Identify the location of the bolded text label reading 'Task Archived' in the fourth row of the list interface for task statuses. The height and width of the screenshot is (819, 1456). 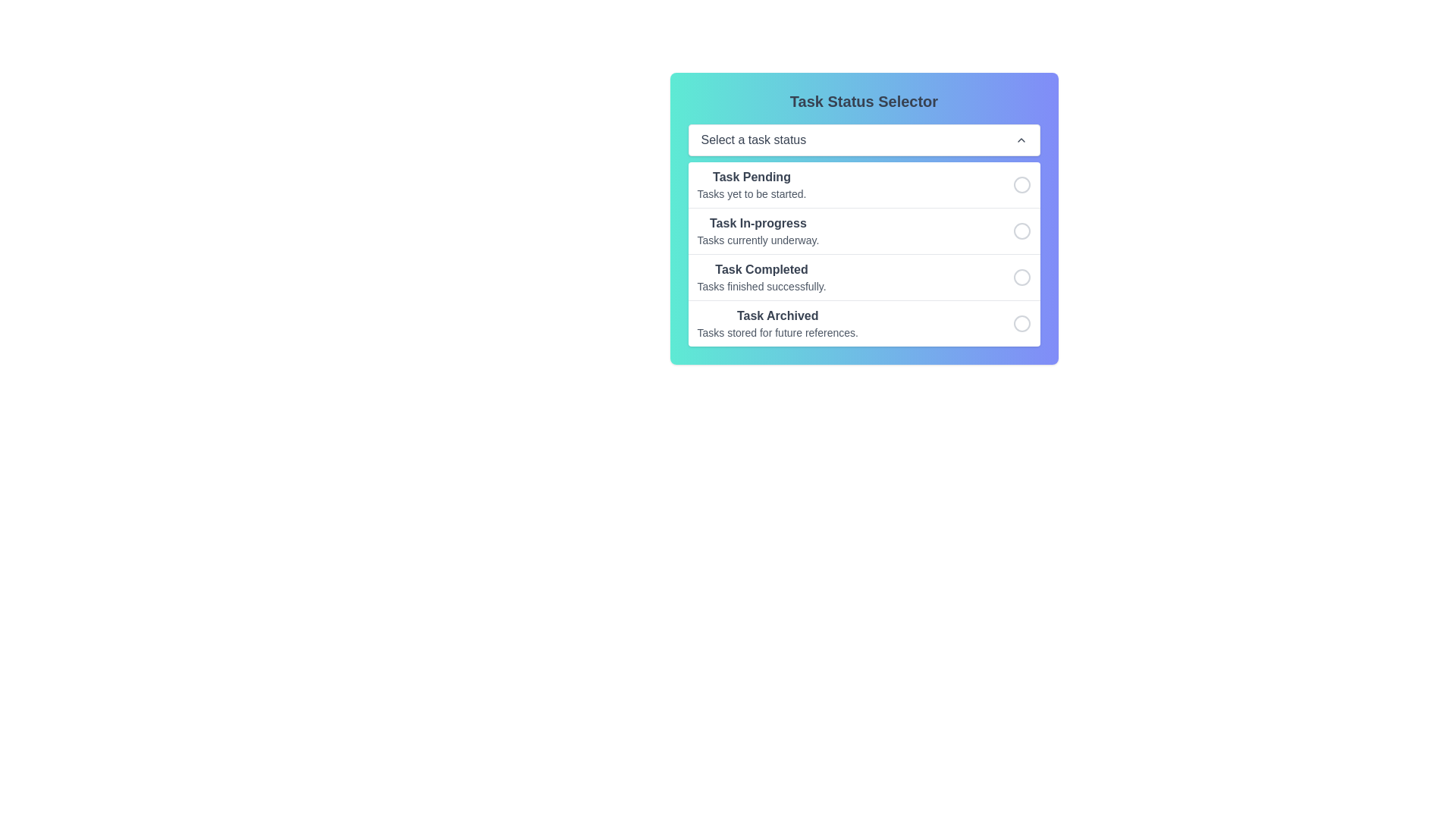
(777, 315).